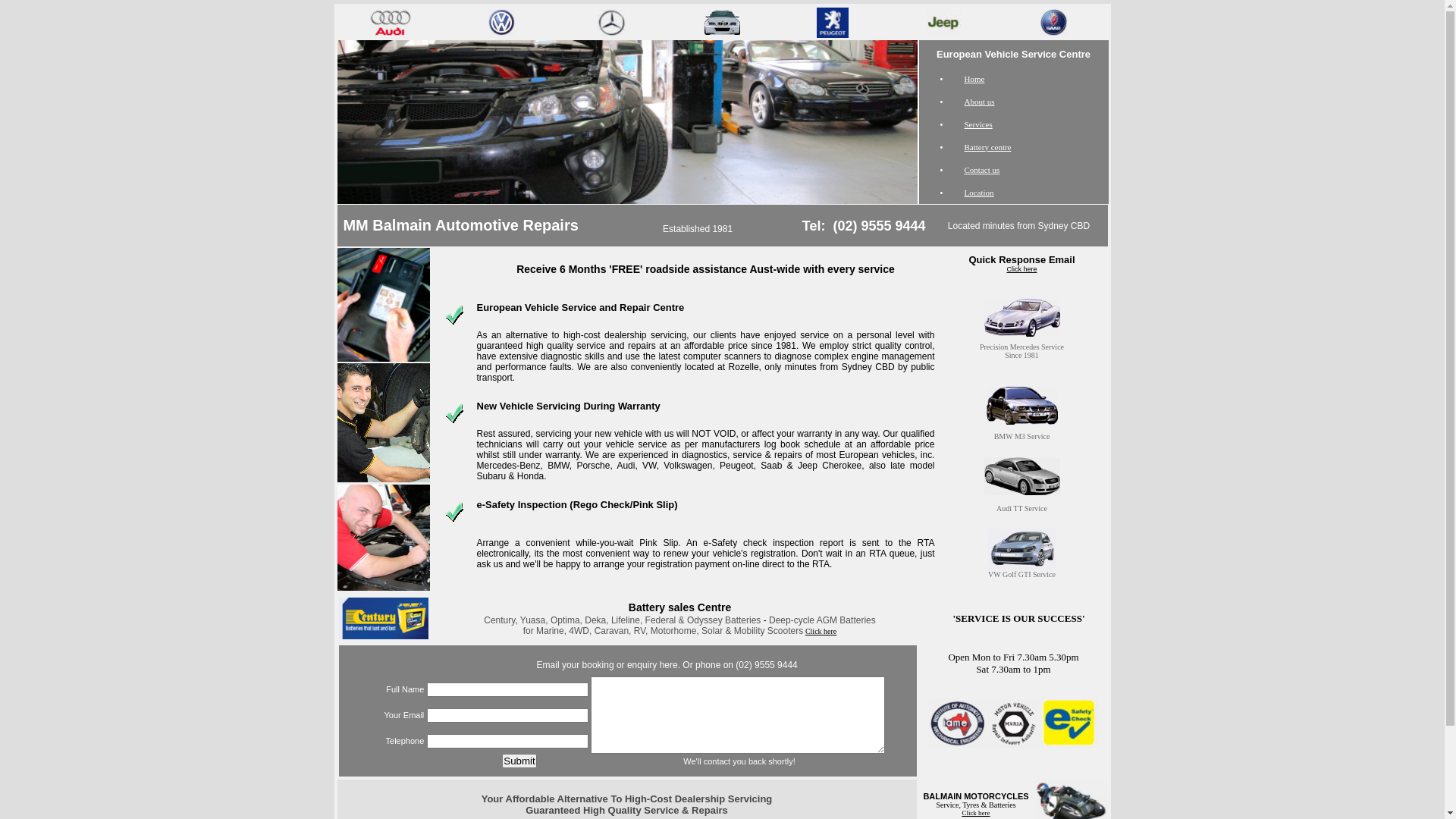 This screenshot has height=819, width=1456. What do you see at coordinates (975, 812) in the screenshot?
I see `'Click here'` at bounding box center [975, 812].